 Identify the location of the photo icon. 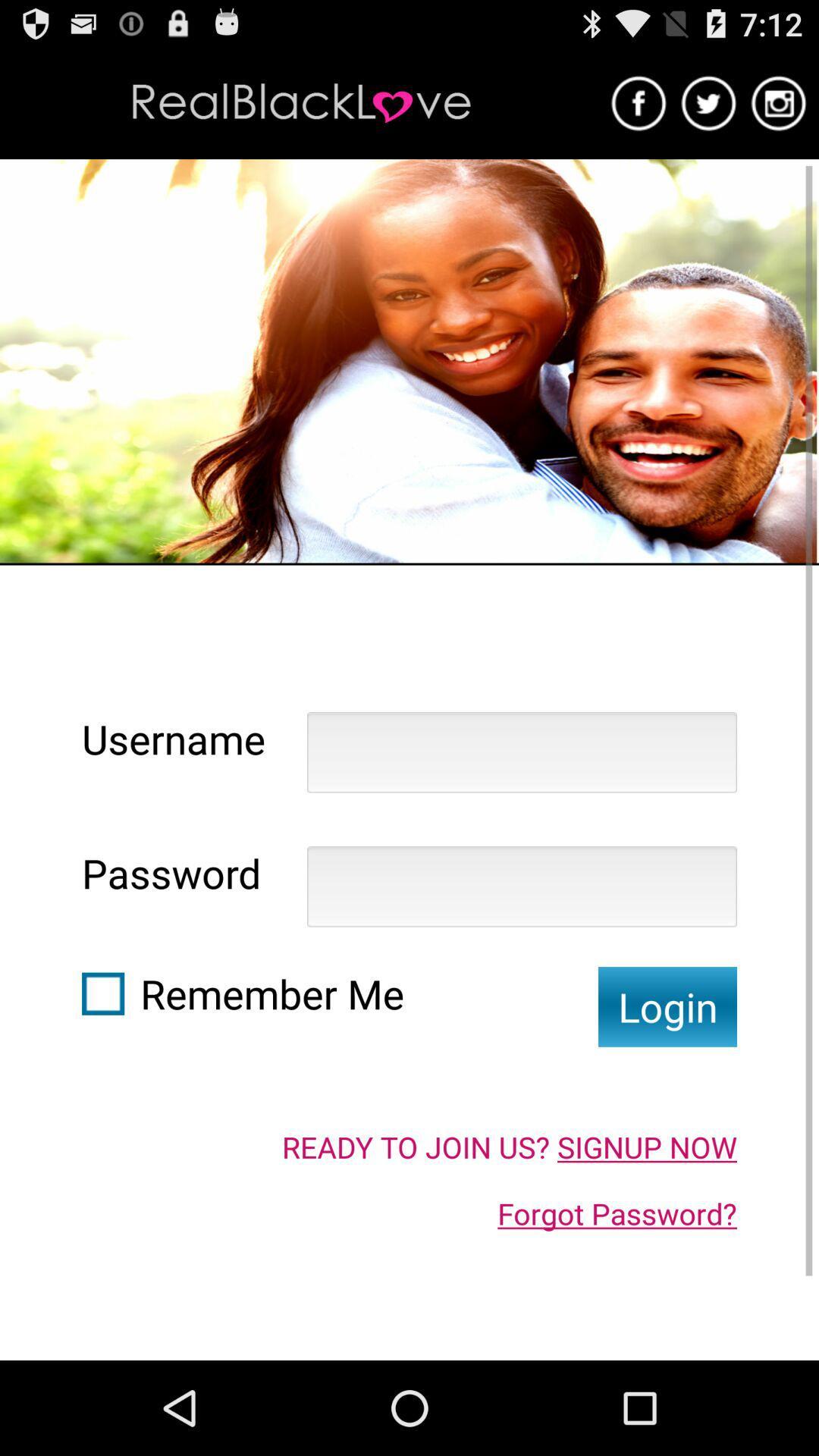
(779, 109).